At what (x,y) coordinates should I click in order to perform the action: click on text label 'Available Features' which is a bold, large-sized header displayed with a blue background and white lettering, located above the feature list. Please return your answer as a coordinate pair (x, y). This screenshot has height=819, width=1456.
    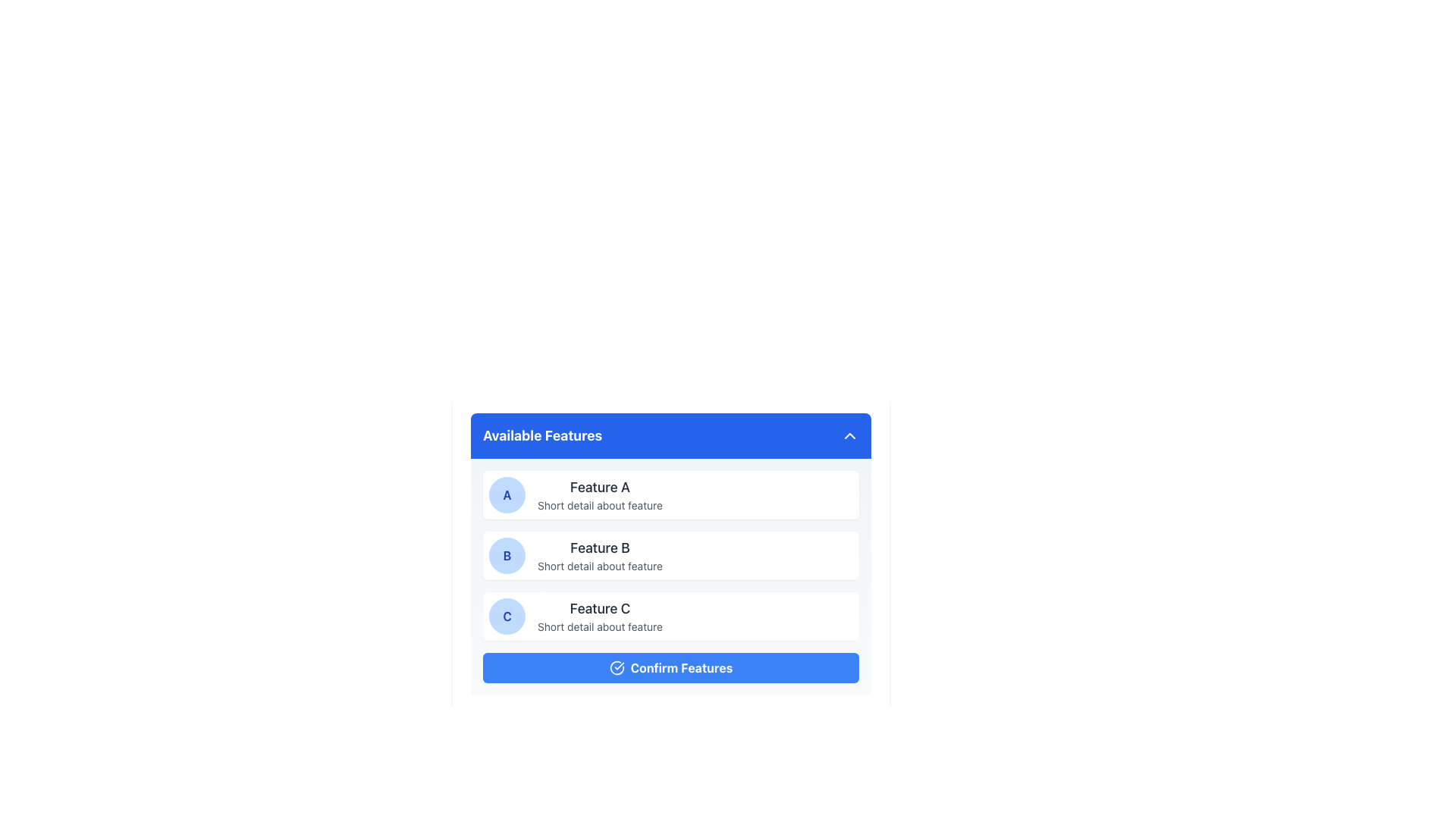
    Looking at the image, I should click on (542, 435).